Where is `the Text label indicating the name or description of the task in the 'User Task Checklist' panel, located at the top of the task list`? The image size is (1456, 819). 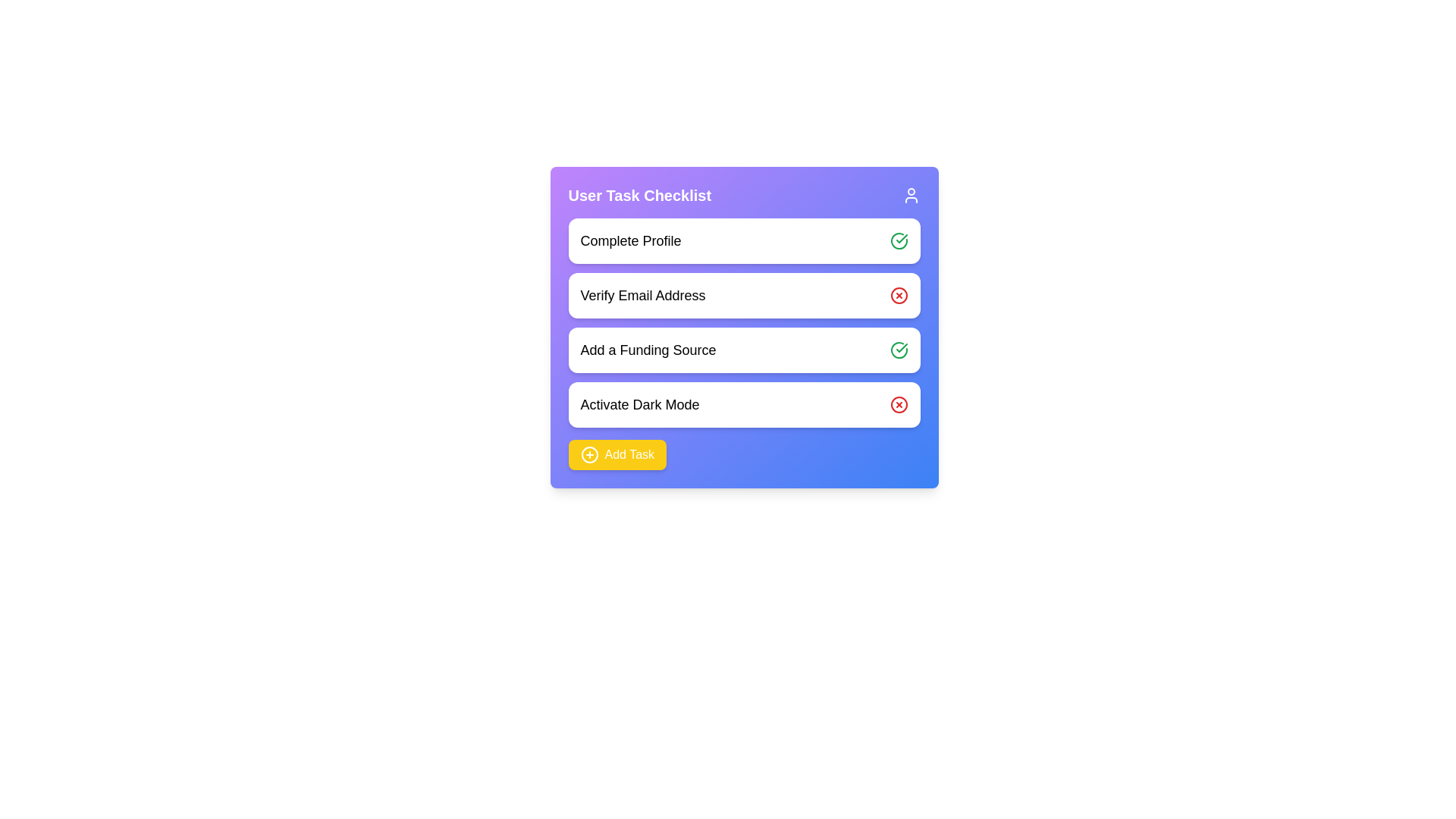 the Text label indicating the name or description of the task in the 'User Task Checklist' panel, located at the top of the task list is located at coordinates (630, 240).